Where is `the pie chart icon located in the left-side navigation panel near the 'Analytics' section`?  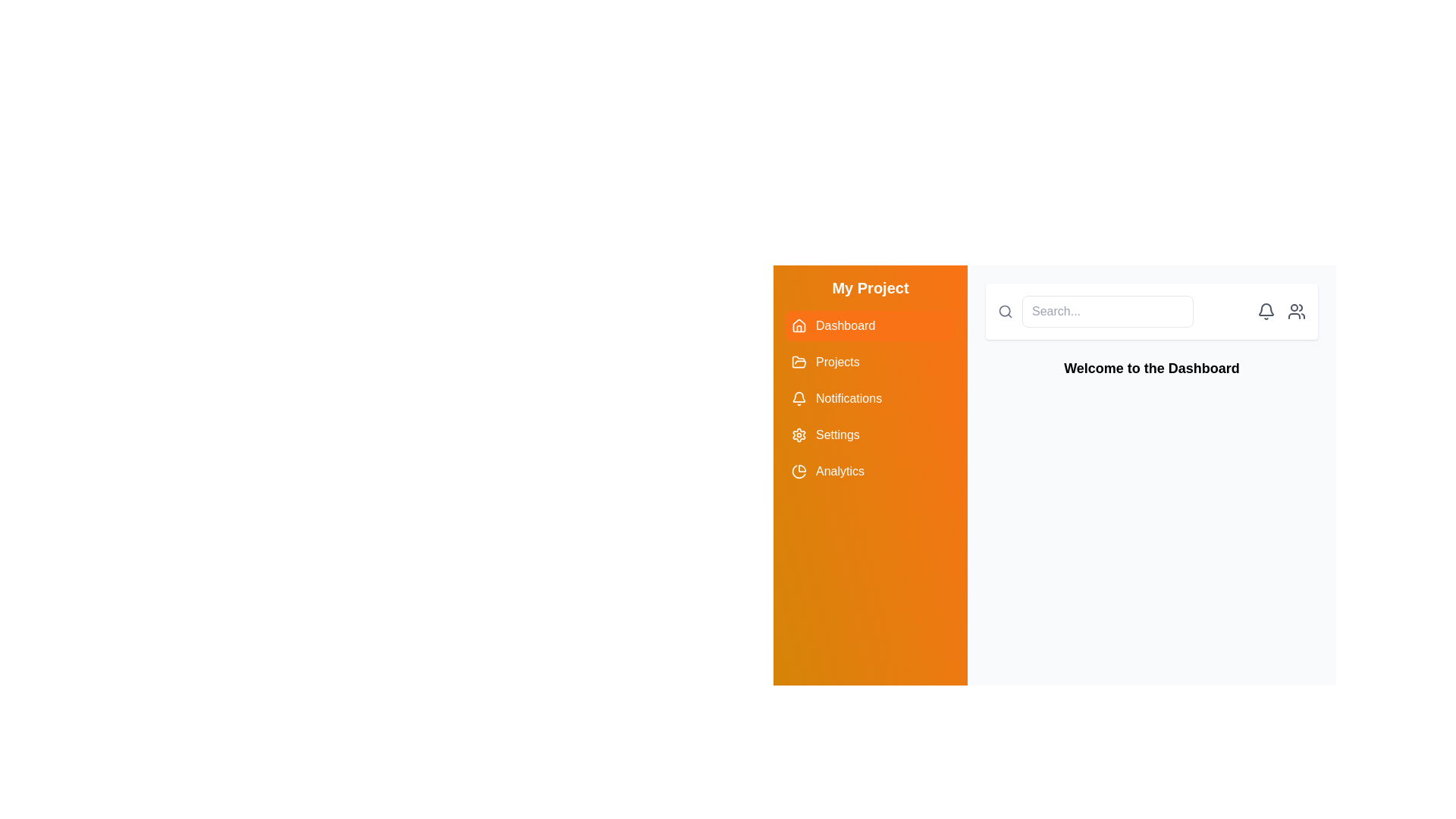 the pie chart icon located in the left-side navigation panel near the 'Analytics' section is located at coordinates (798, 471).